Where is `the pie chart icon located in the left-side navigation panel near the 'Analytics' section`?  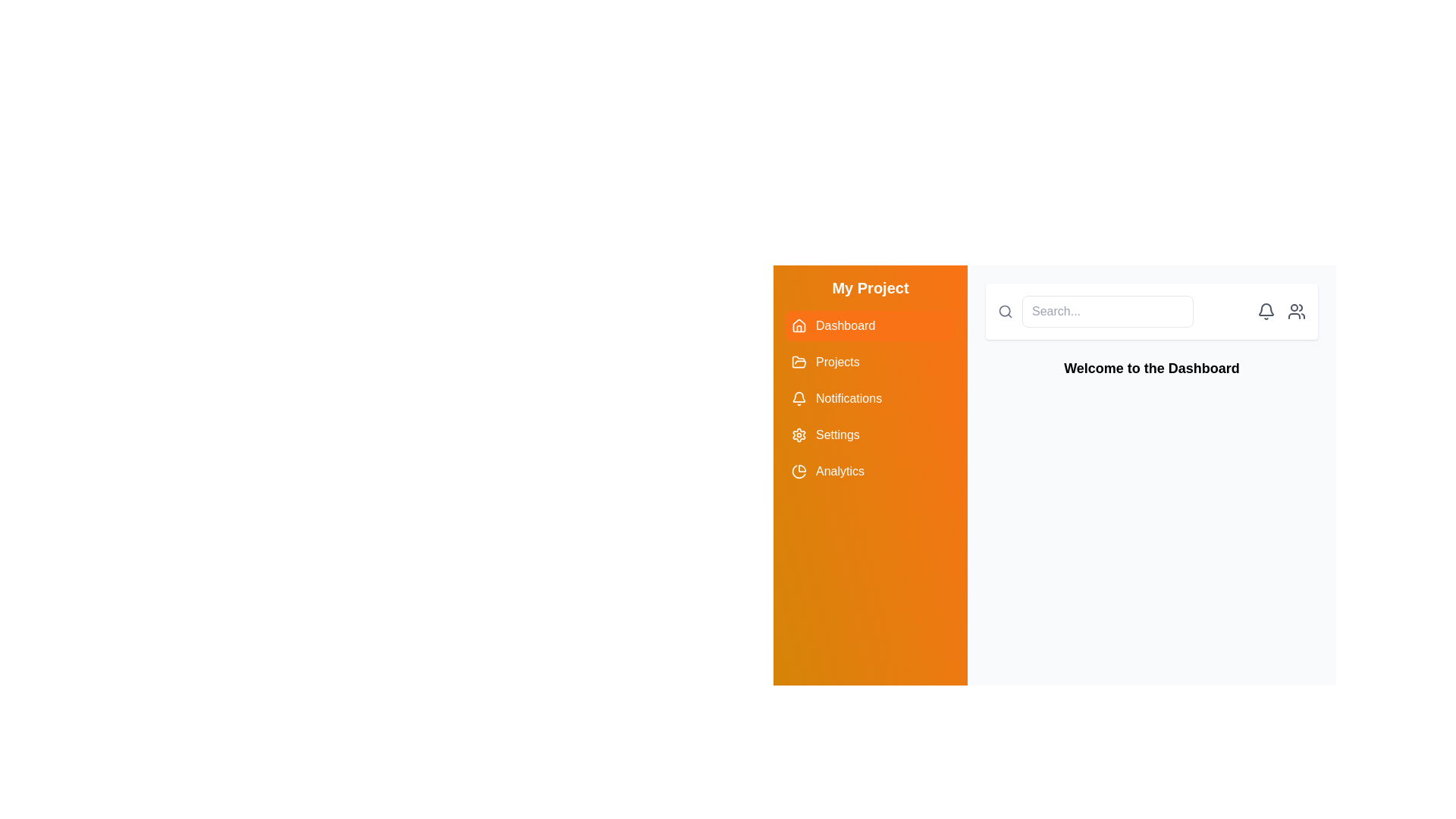 the pie chart icon located in the left-side navigation panel near the 'Analytics' section is located at coordinates (798, 471).